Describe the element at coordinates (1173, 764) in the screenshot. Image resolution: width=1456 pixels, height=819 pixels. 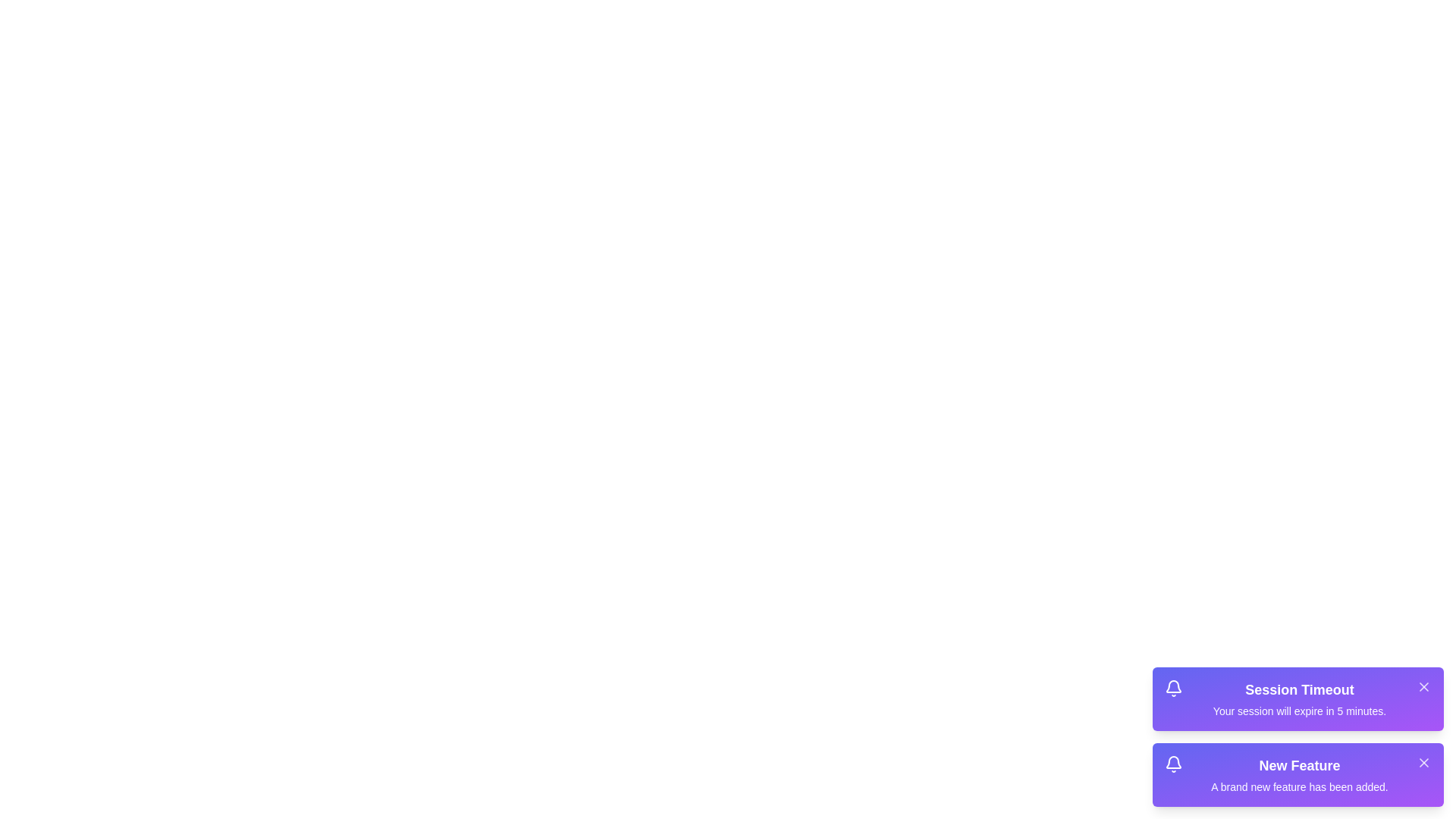
I see `the notification icon for New Feature` at that location.